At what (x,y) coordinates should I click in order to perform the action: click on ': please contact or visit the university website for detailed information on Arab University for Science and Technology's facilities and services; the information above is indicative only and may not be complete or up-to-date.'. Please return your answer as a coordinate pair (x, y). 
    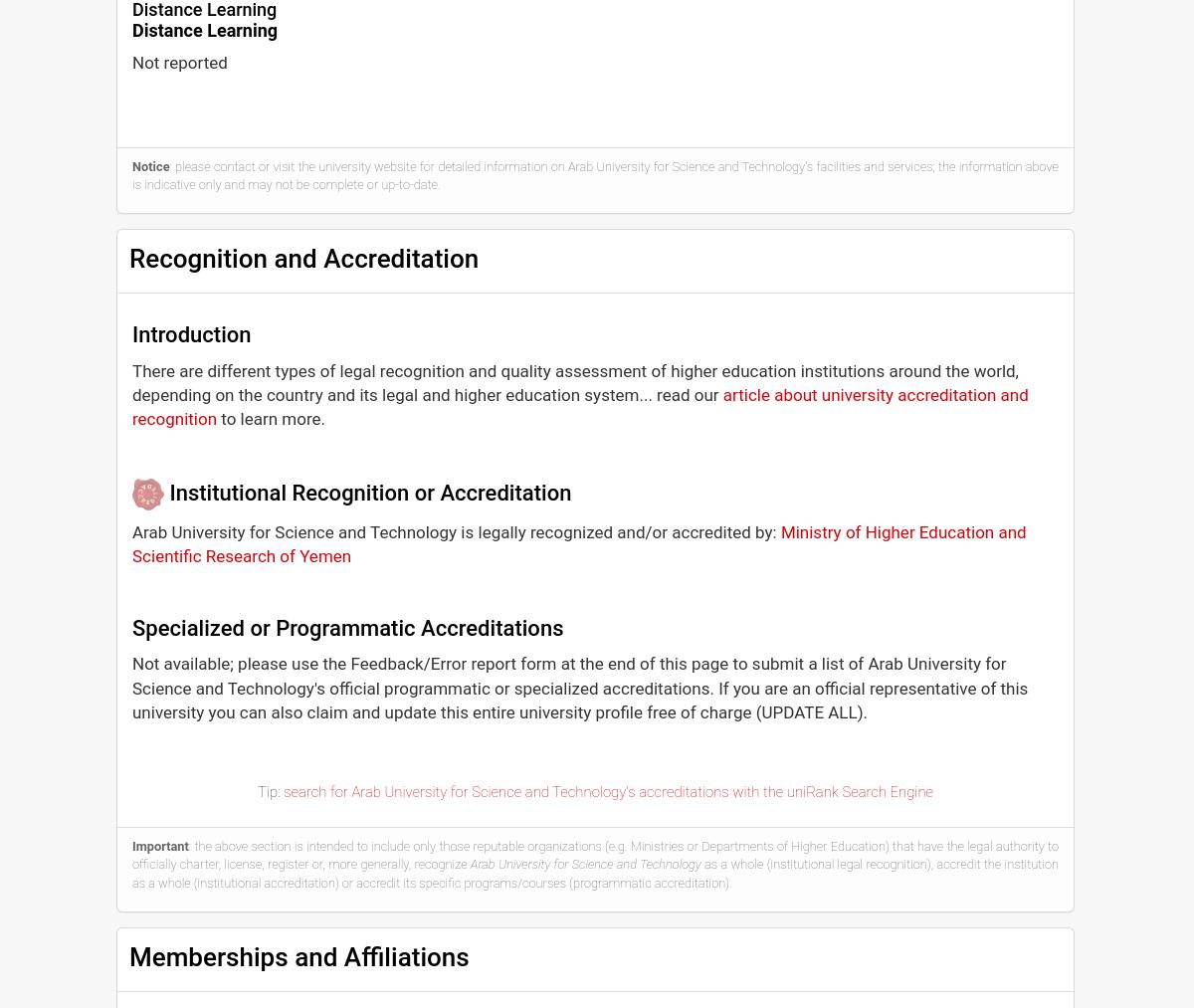
    Looking at the image, I should click on (594, 174).